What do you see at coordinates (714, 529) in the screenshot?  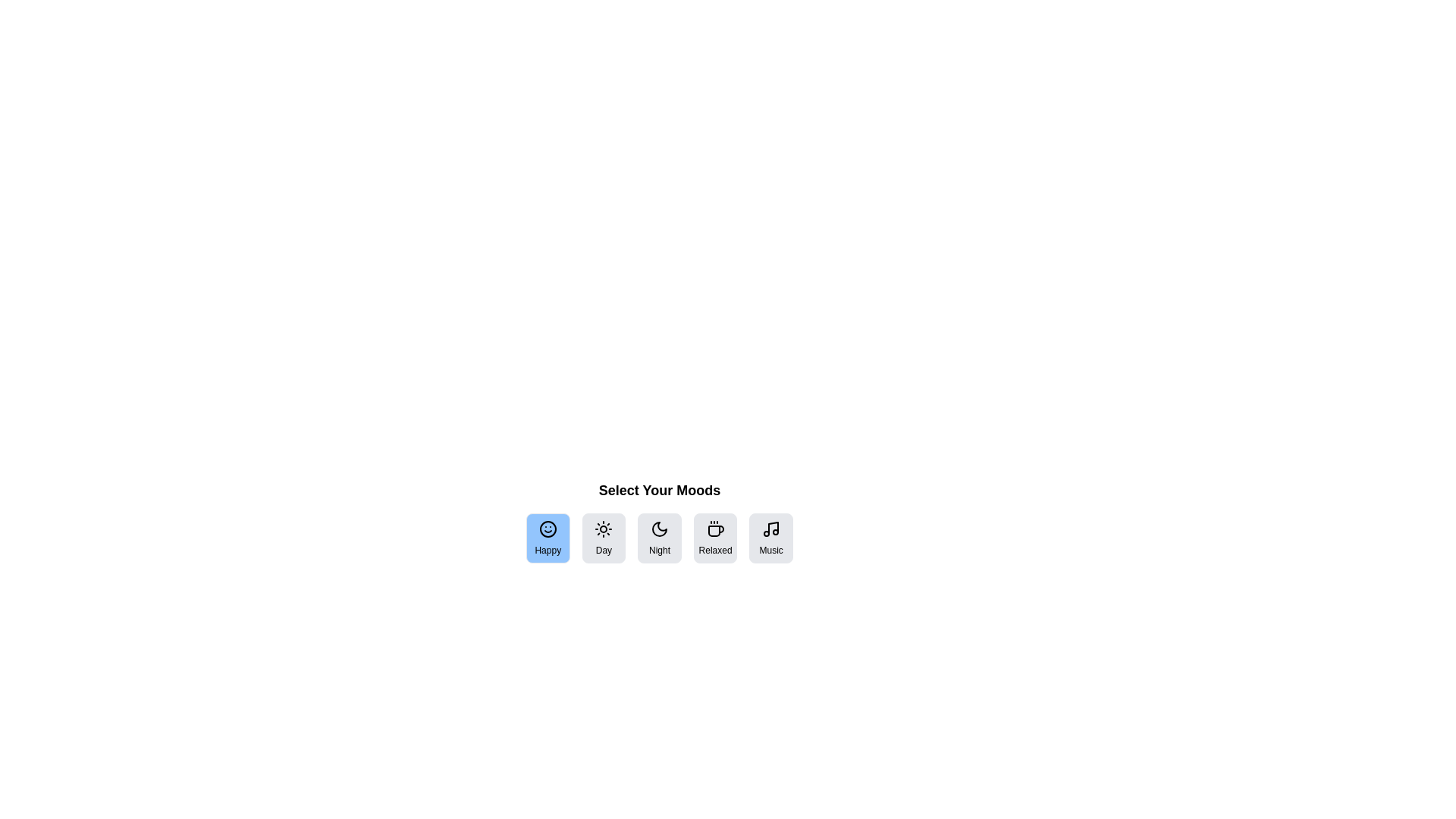 I see `coffee cup icon with steam above it, located in the center of the 'Relaxed' button in the mood selection interface for more details` at bounding box center [714, 529].